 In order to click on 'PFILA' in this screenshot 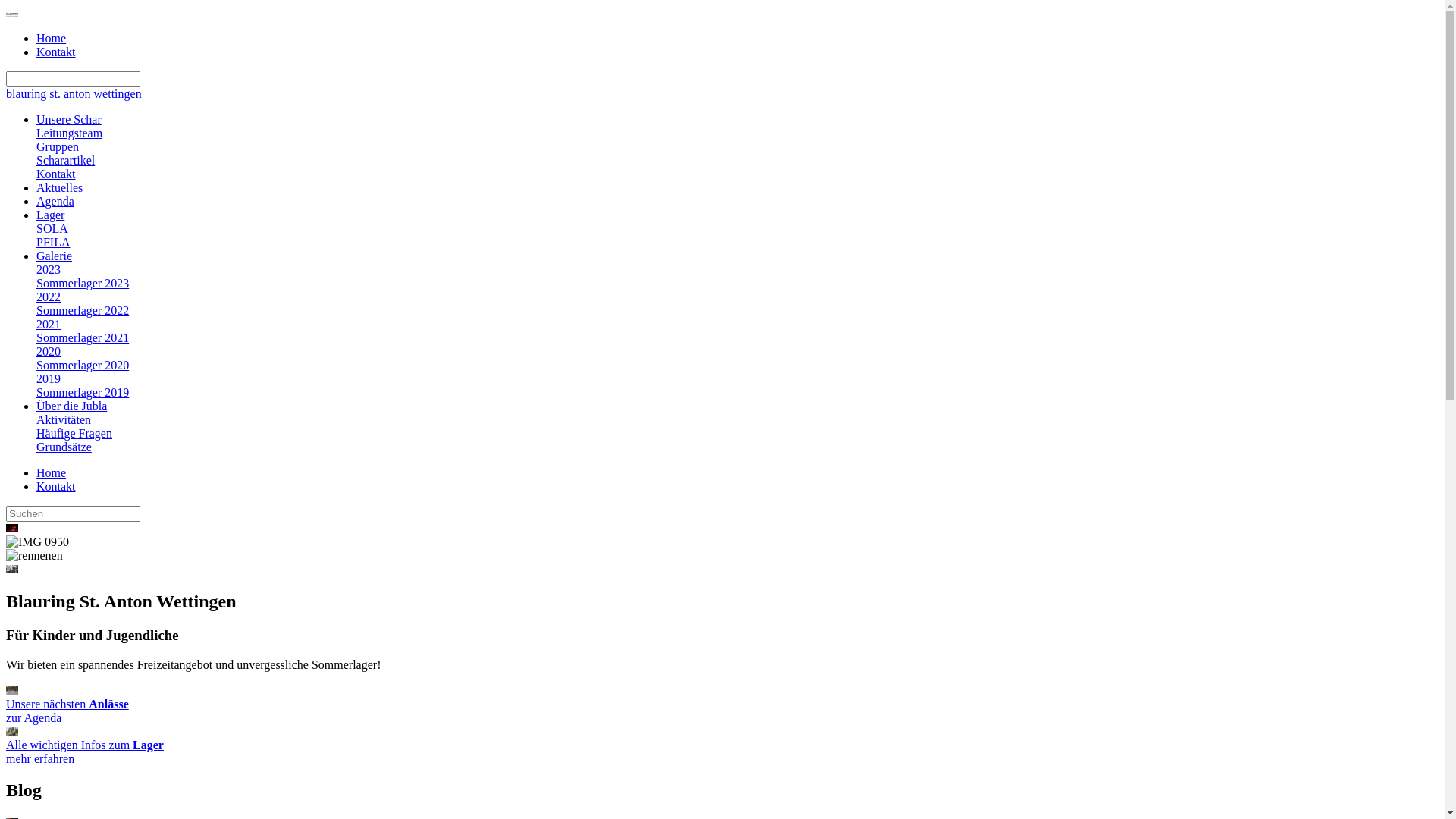, I will do `click(53, 241)`.